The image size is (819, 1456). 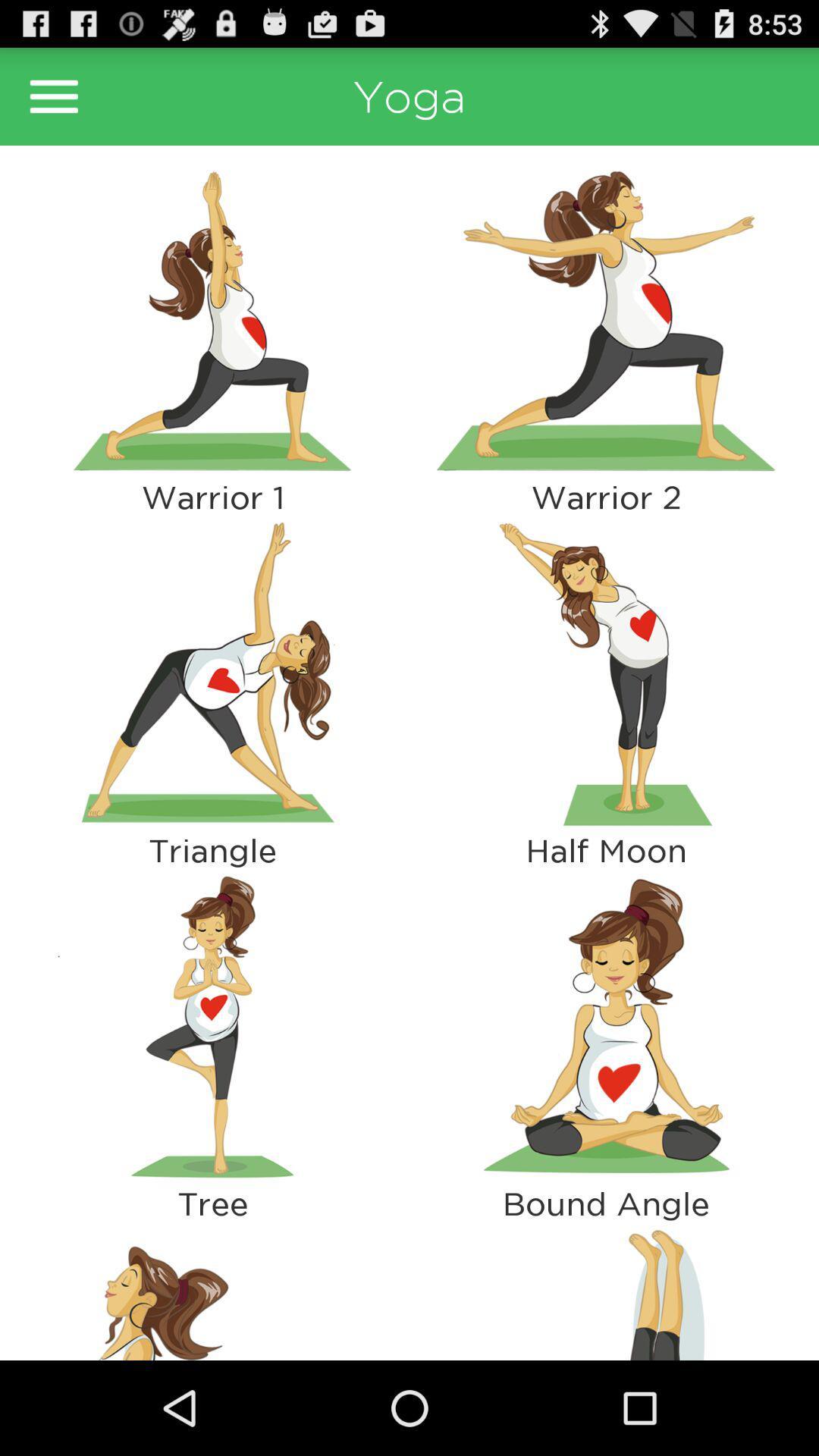 What do you see at coordinates (605, 1290) in the screenshot?
I see `app below tree app` at bounding box center [605, 1290].